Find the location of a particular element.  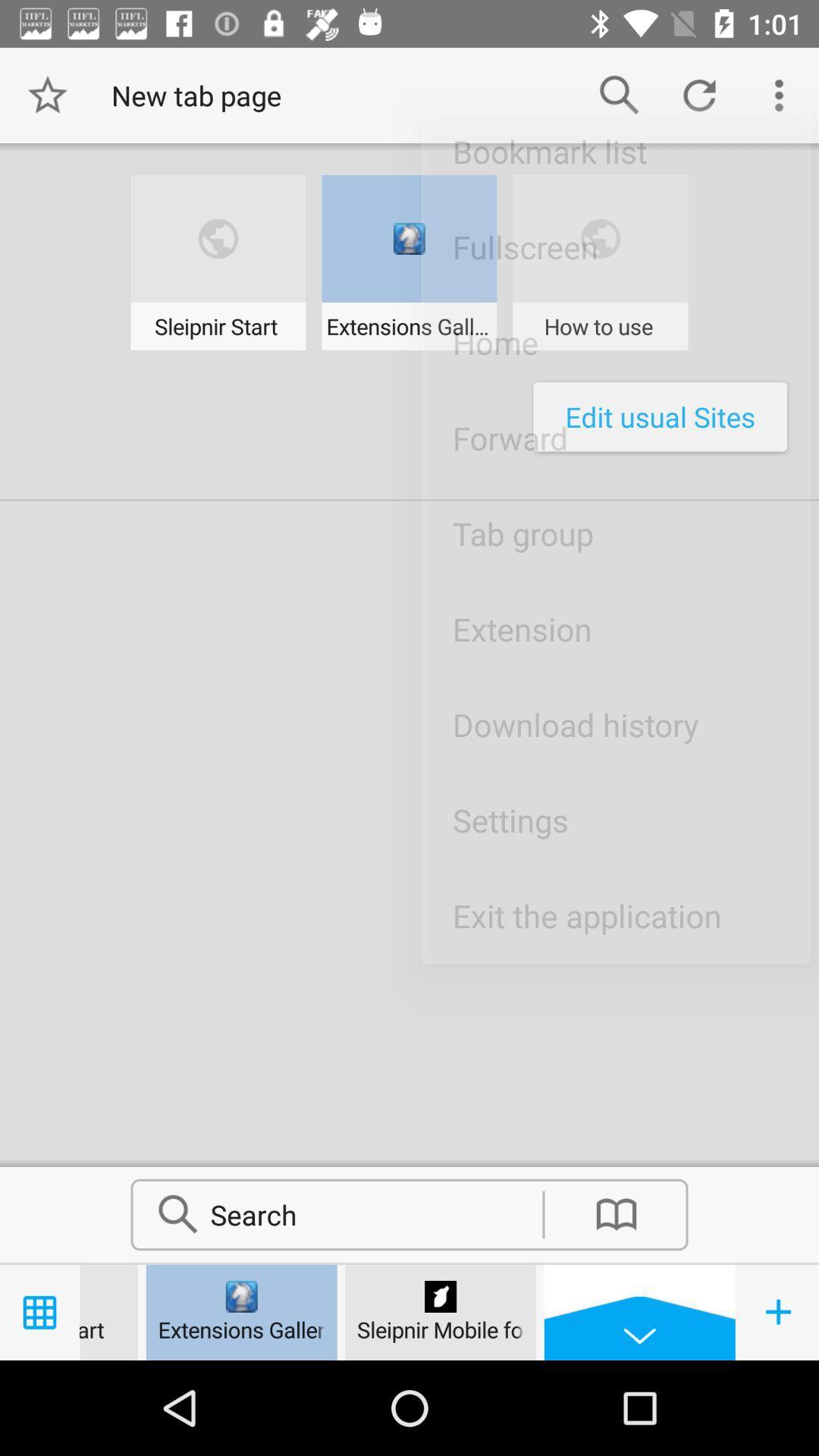

the book icon is located at coordinates (617, 1215).